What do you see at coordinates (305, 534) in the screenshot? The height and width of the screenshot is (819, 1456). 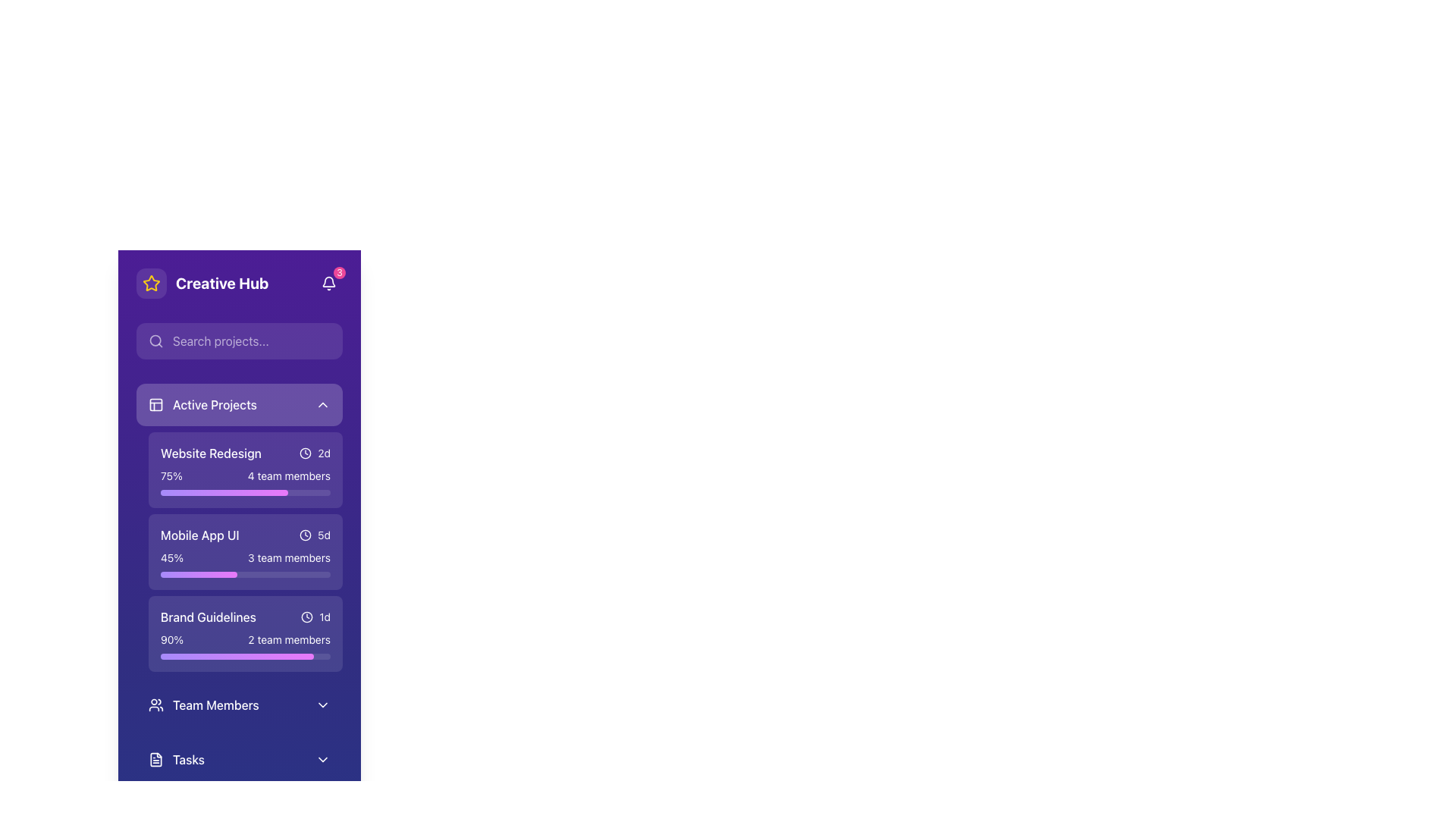 I see `the clock icon representing the timing information for the 'Mobile App UI' project in the 'Active Projects' list` at bounding box center [305, 534].